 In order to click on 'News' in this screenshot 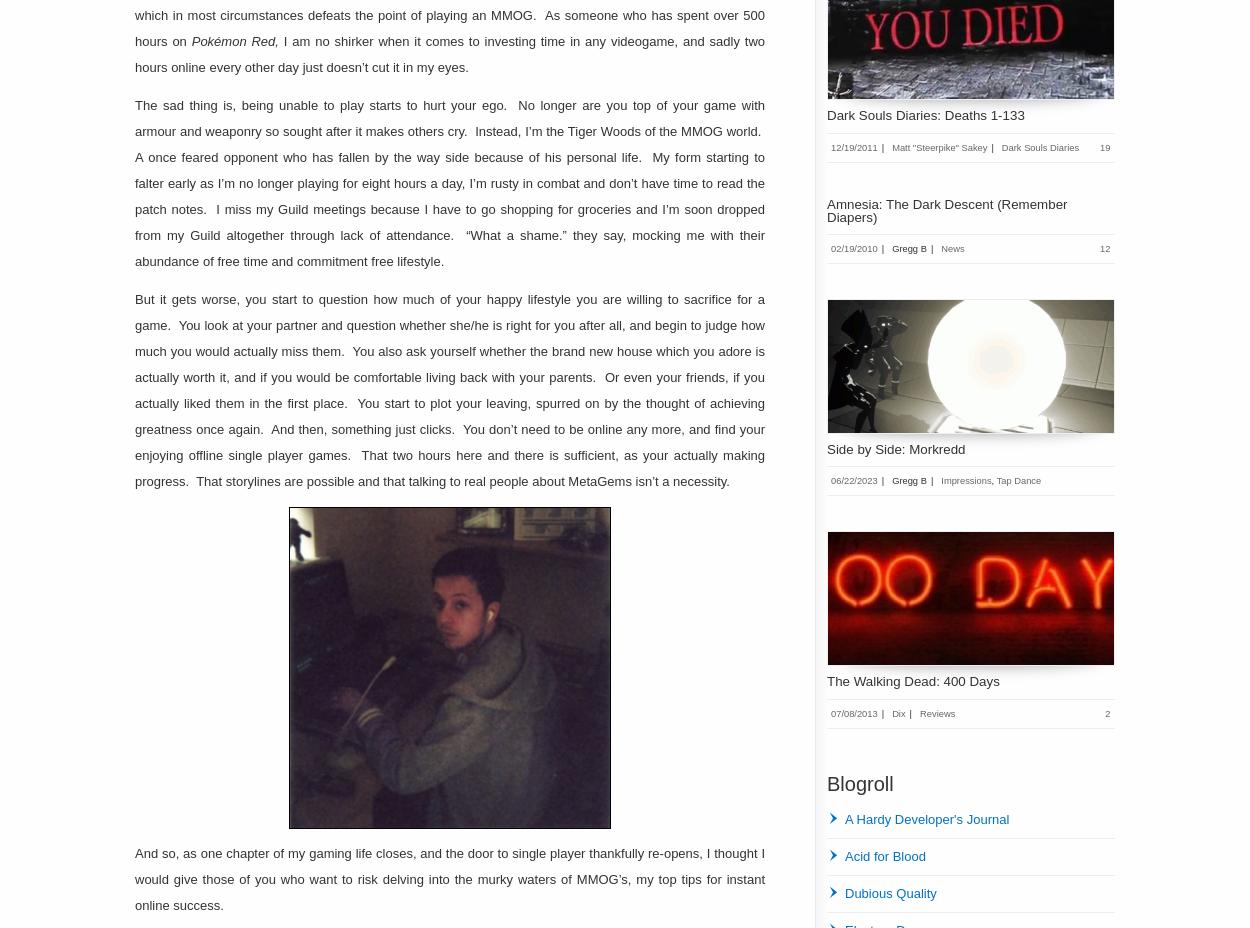, I will do `click(951, 247)`.